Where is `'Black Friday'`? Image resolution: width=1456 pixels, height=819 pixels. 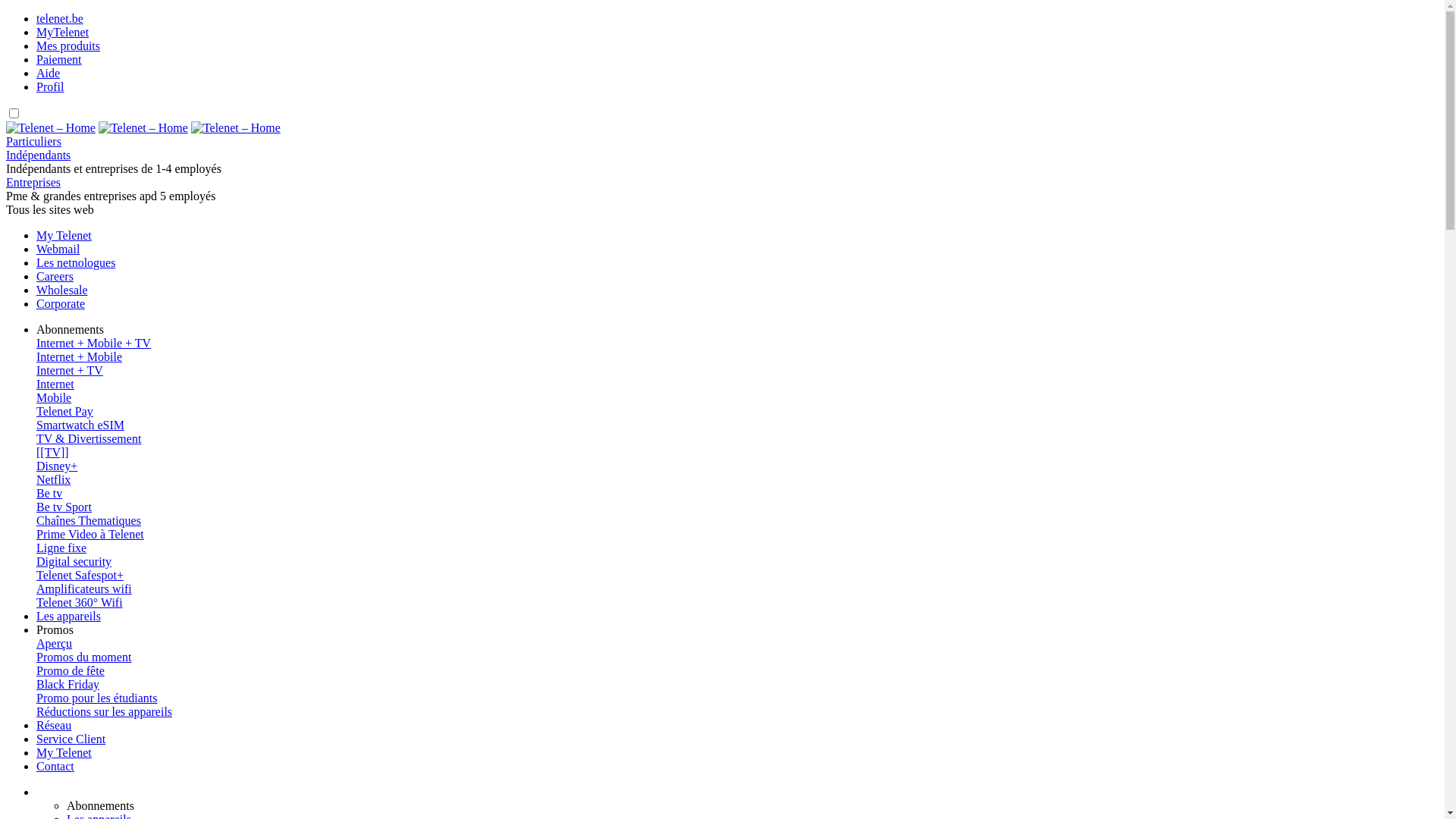 'Black Friday' is located at coordinates (67, 684).